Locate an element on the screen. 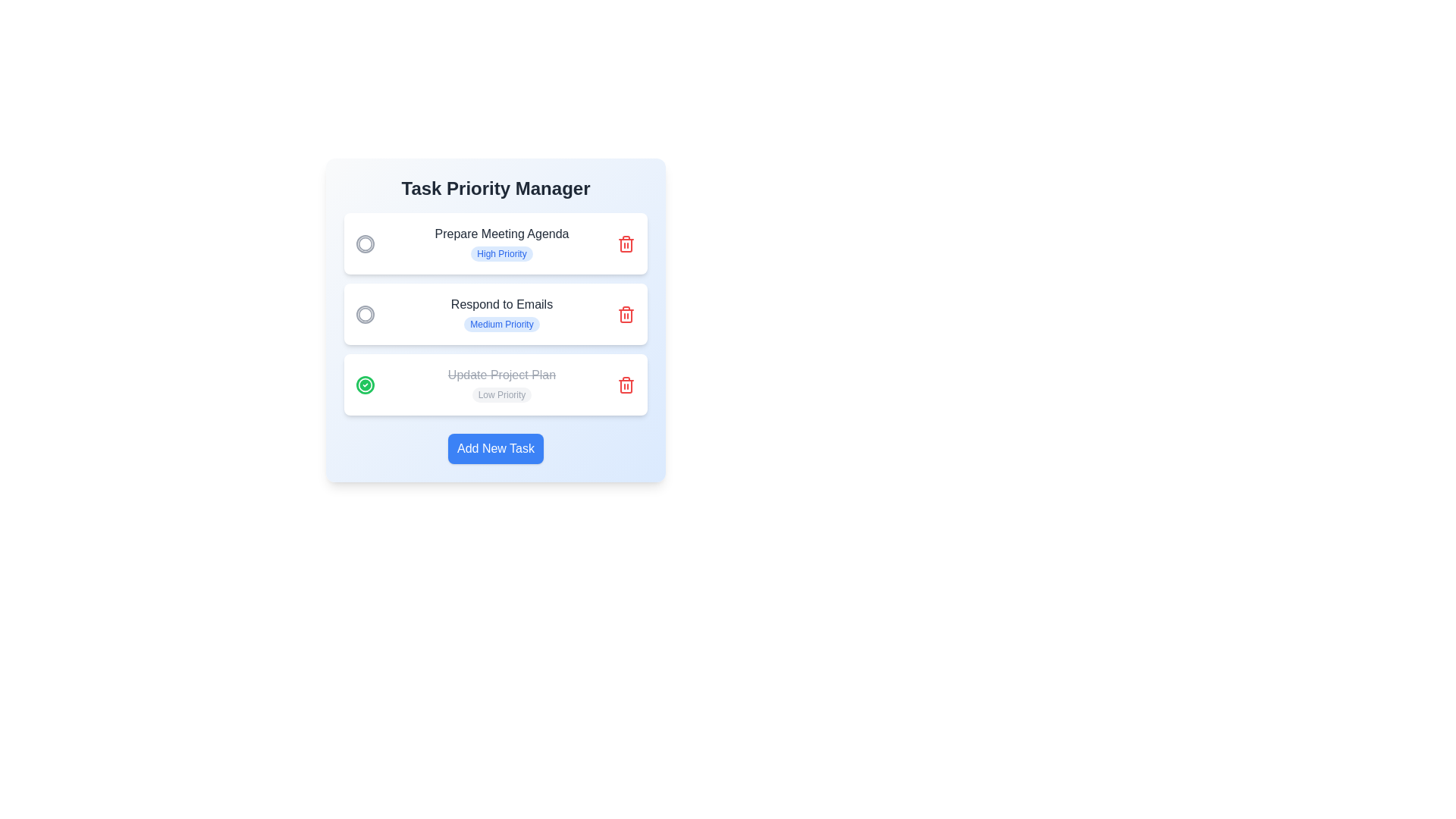 Image resolution: width=1456 pixels, height=819 pixels. the 'High Priority' label, which is a rectangular badge with blue text on a light blue background, located under the 'Prepare Meeting Agenda' task title is located at coordinates (502, 253).